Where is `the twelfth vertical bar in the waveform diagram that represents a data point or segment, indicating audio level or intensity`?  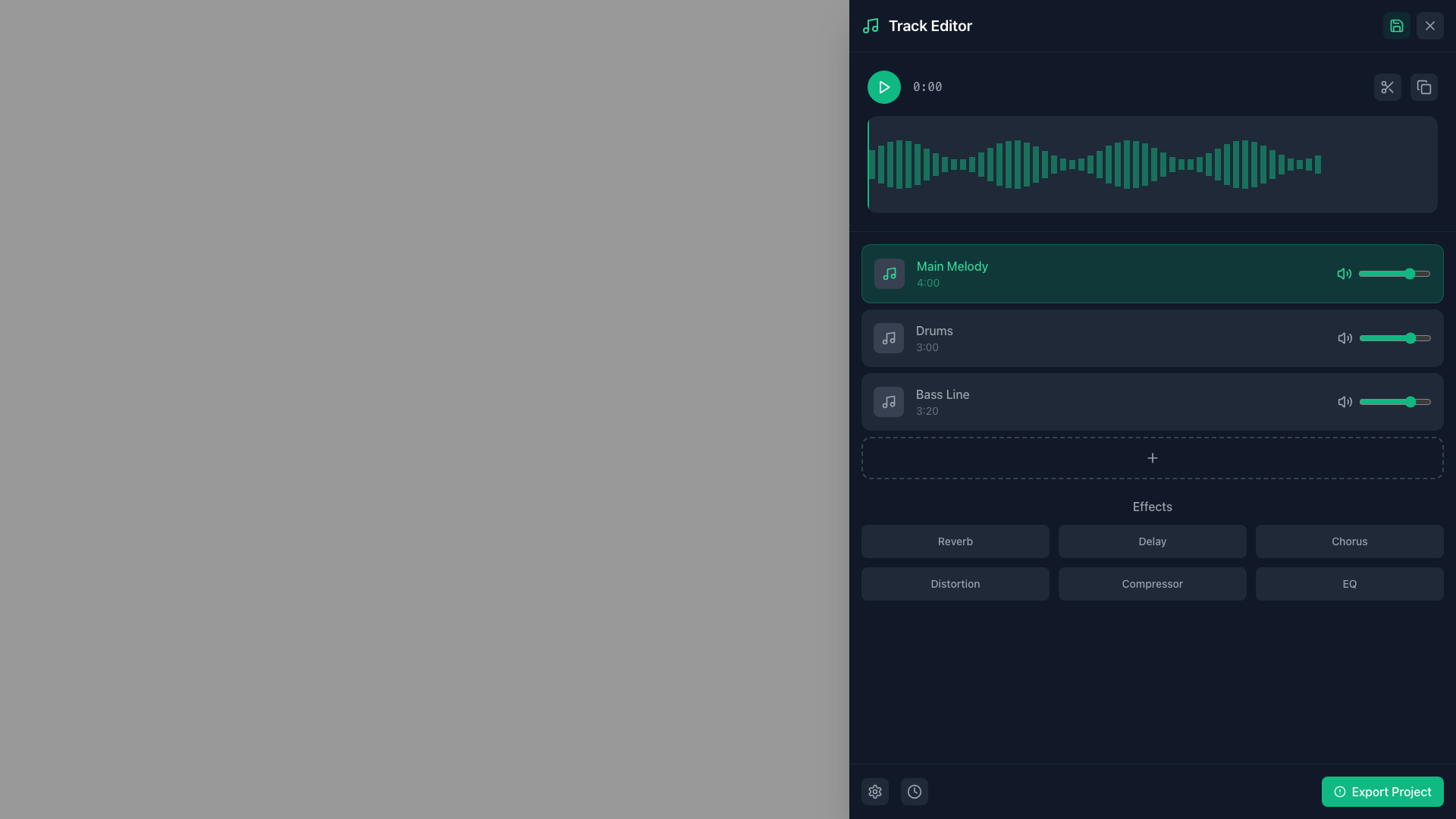 the twelfth vertical bar in the waveform diagram that represents a data point or segment, indicating audio level or intensity is located at coordinates (971, 164).